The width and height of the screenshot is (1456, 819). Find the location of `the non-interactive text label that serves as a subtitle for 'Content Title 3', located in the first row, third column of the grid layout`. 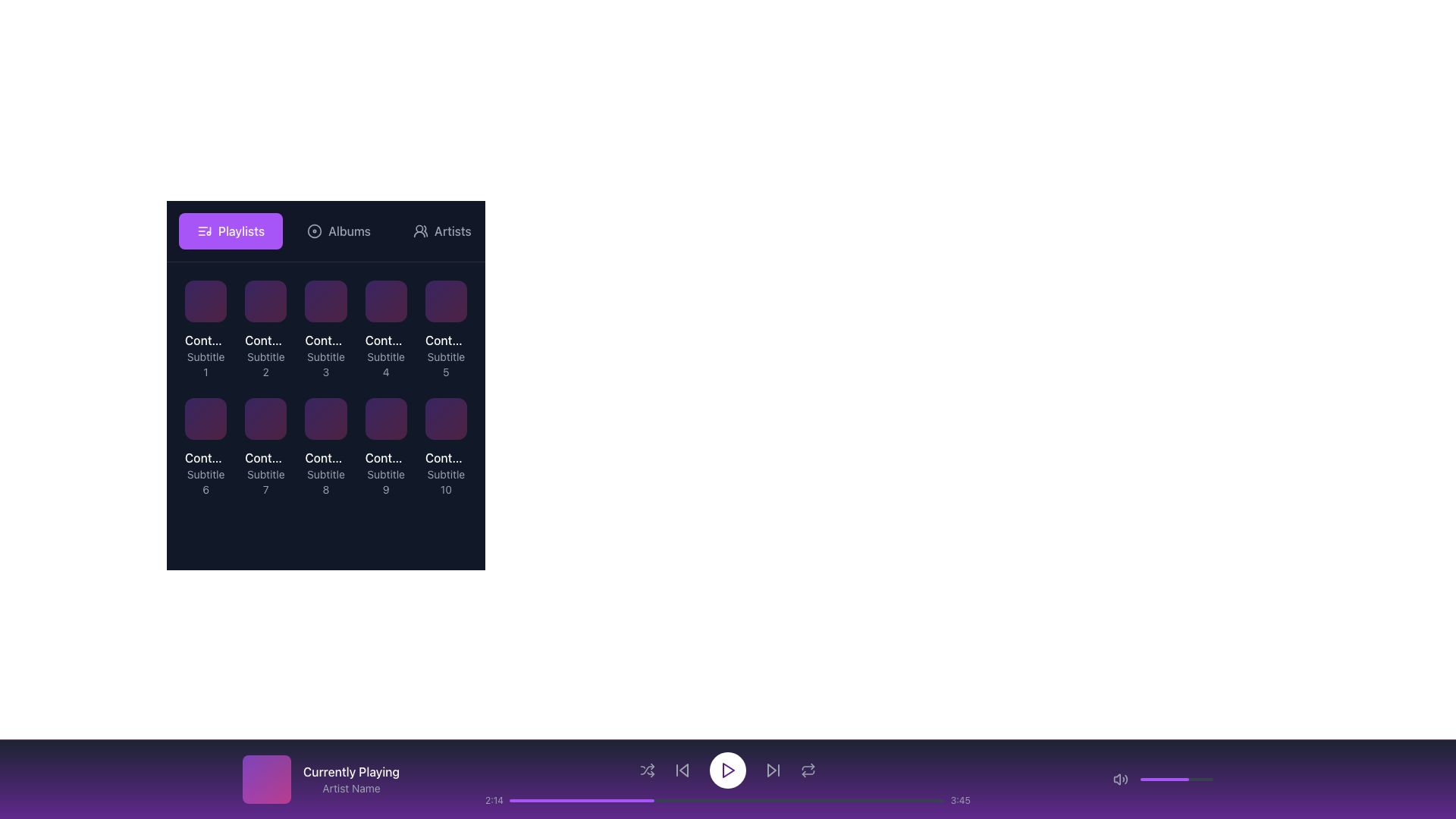

the non-interactive text label that serves as a subtitle for 'Content Title 3', located in the first row, third column of the grid layout is located at coordinates (325, 365).